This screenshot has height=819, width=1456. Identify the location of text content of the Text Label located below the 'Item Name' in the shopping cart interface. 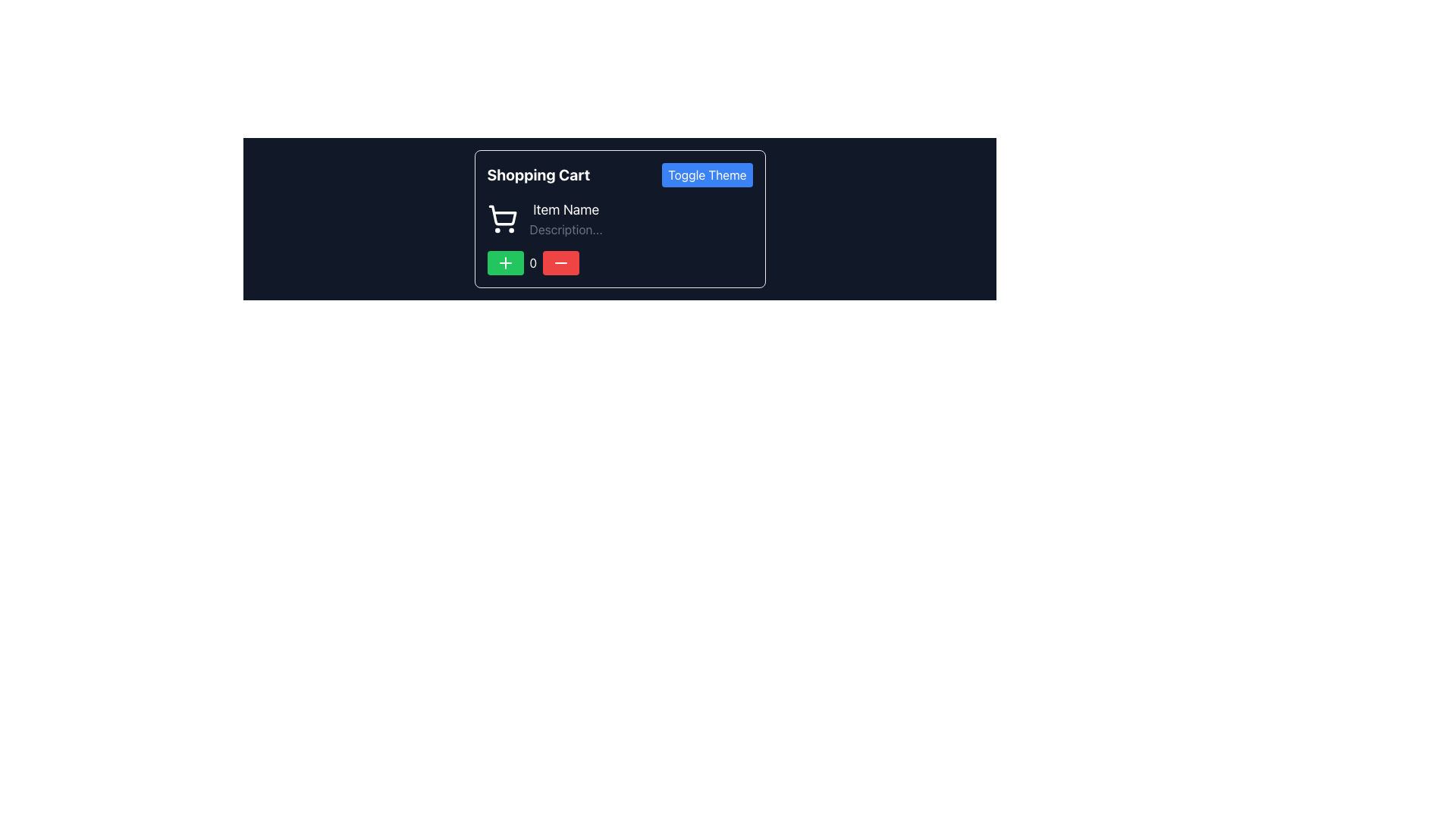
(565, 230).